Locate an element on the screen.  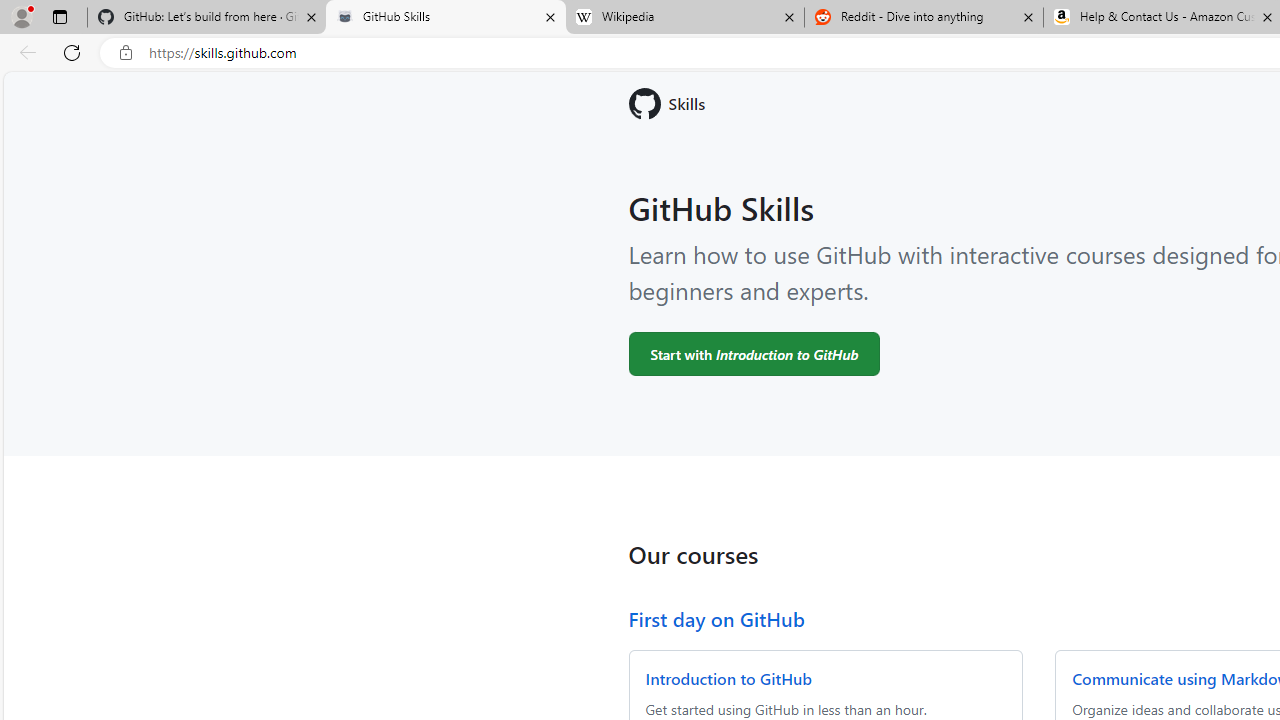
'Reddit - Dive into anything' is located at coordinates (923, 17).